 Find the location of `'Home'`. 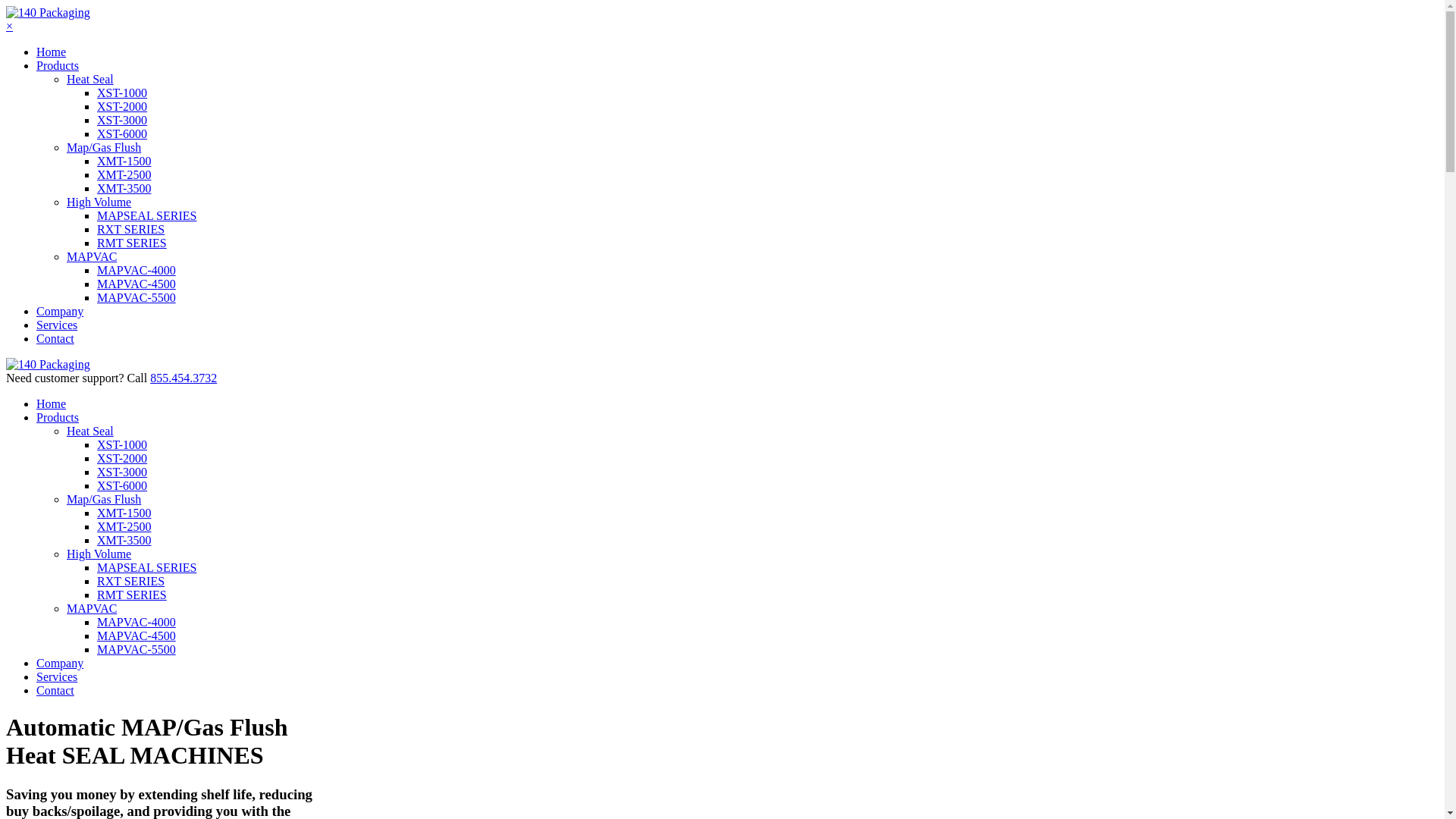

'Home' is located at coordinates (36, 403).